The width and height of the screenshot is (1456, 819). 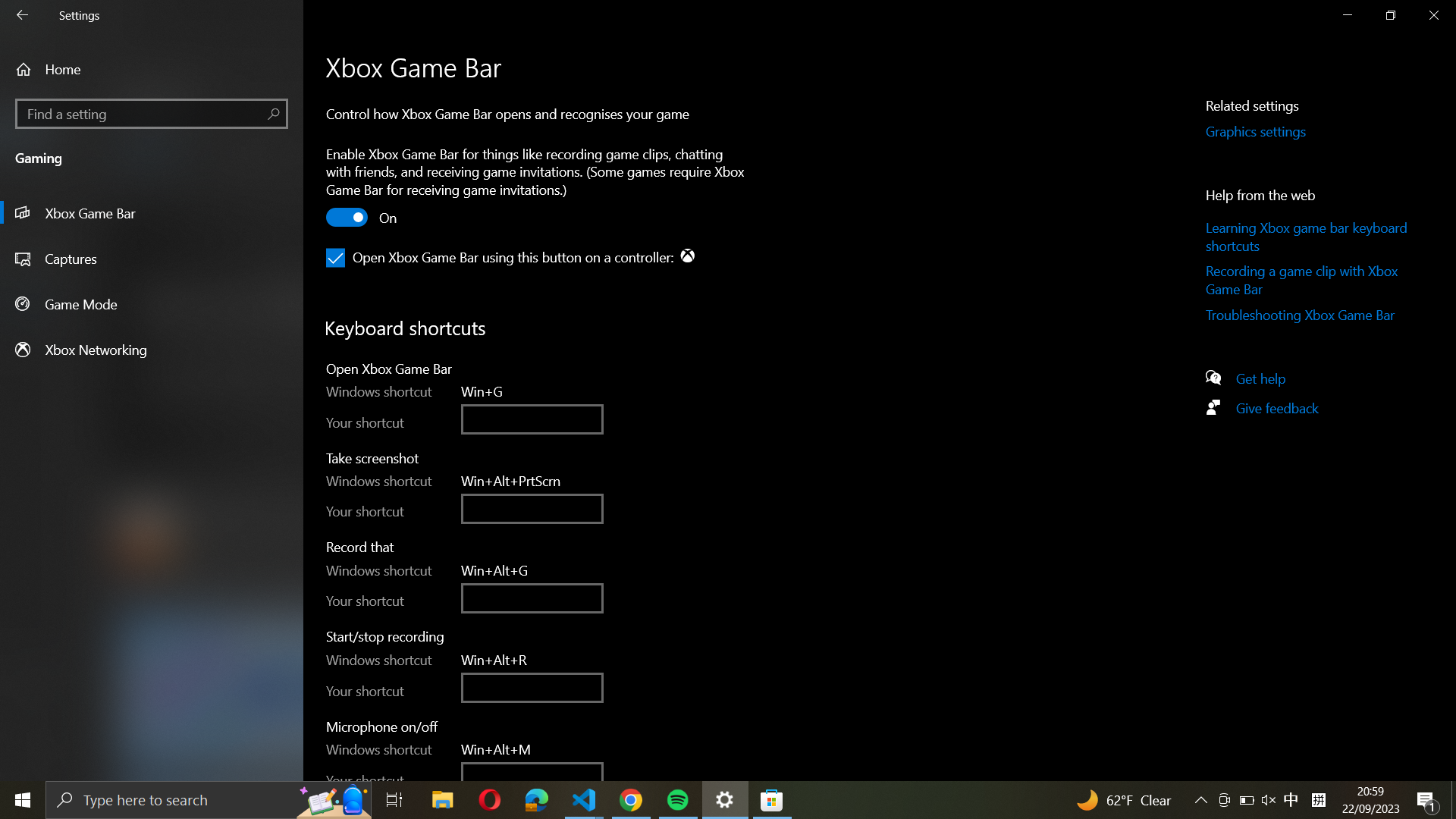 I want to click on the page for resolving issues with Xbox Game Bar, so click(x=1309, y=317).